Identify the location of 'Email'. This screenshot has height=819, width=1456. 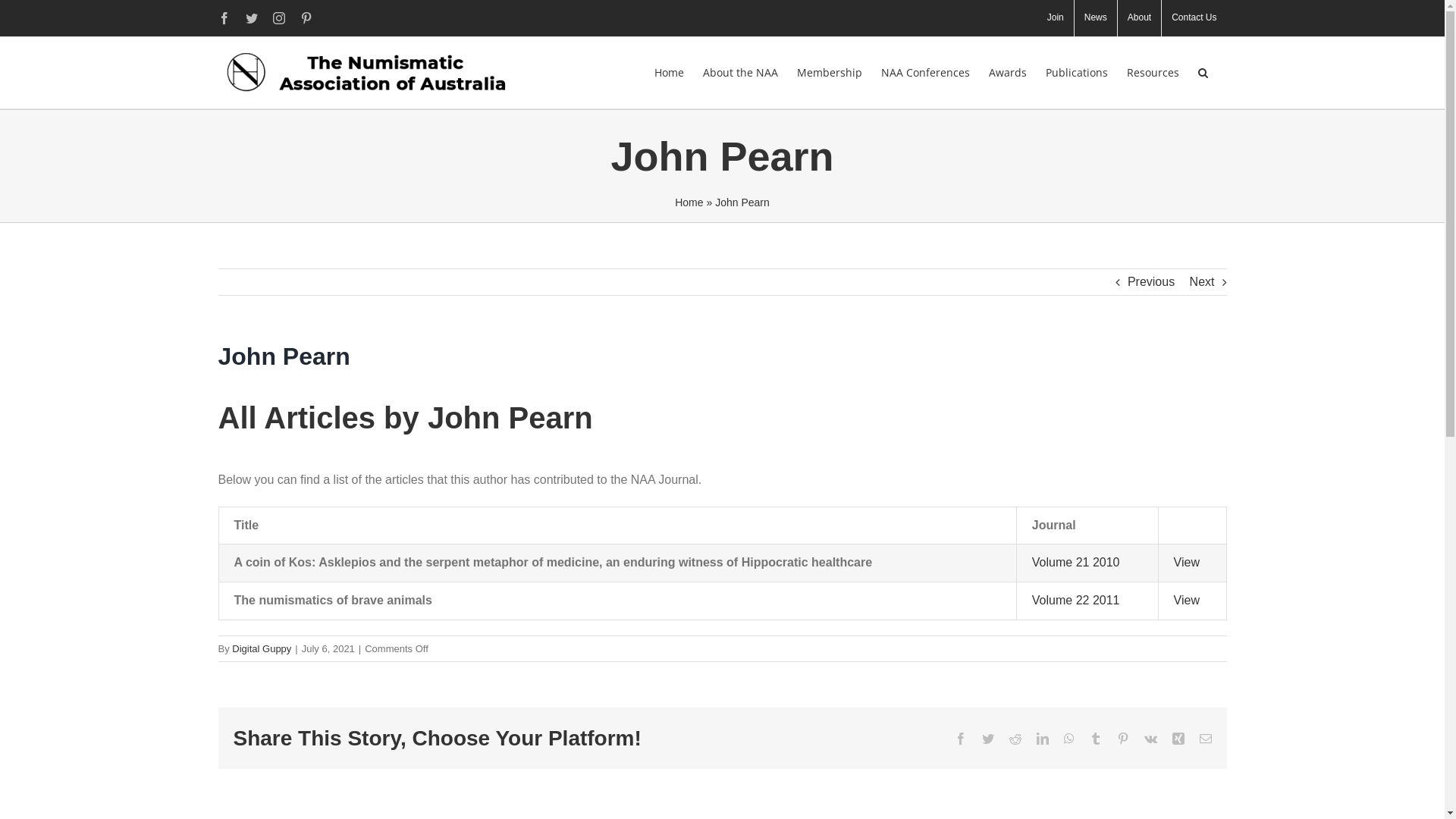
(1204, 738).